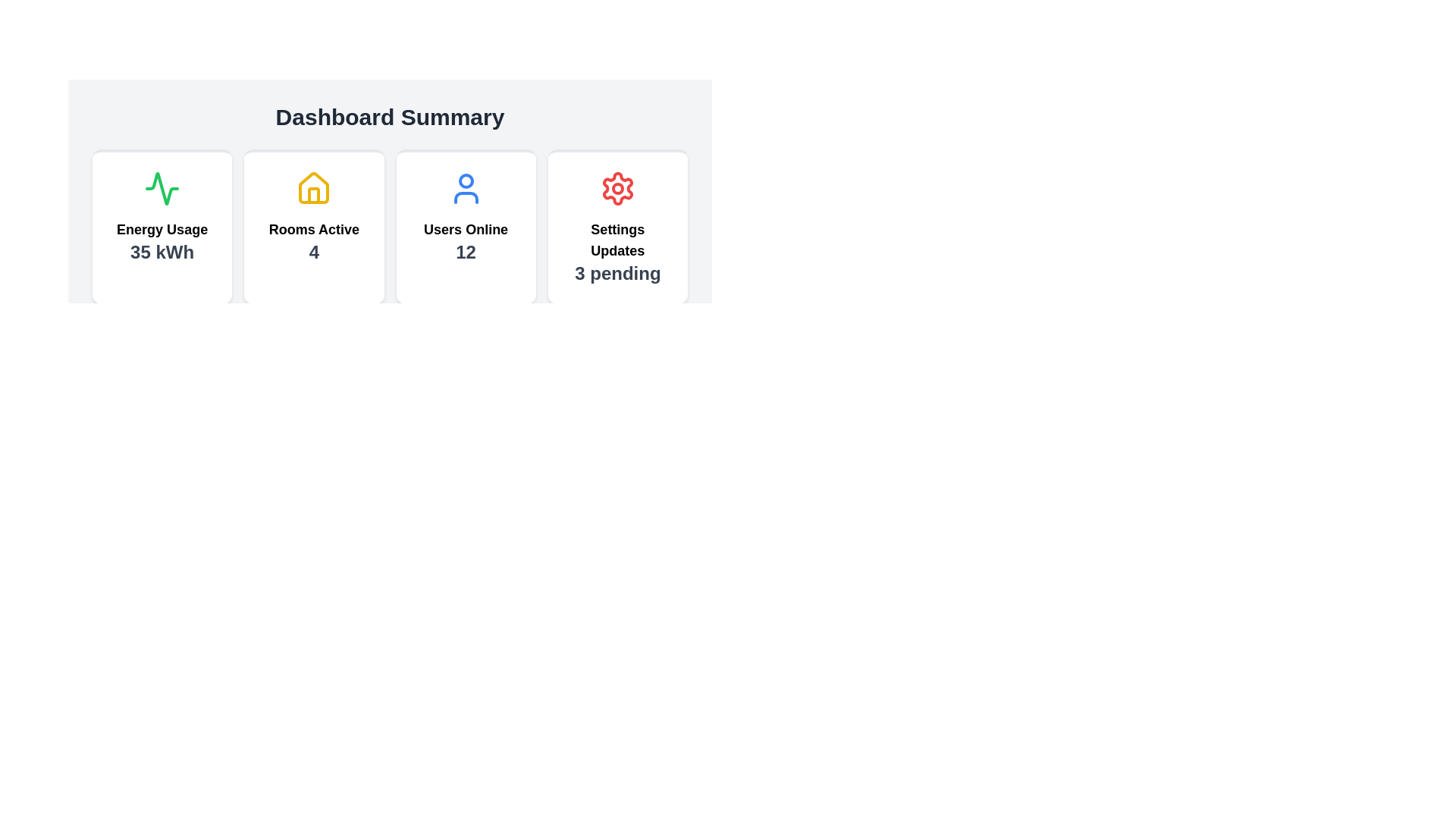 The width and height of the screenshot is (1456, 819). What do you see at coordinates (313, 195) in the screenshot?
I see `the door representation in the house icon within the 'Rooms Active' card in the Dashboard Summary` at bounding box center [313, 195].